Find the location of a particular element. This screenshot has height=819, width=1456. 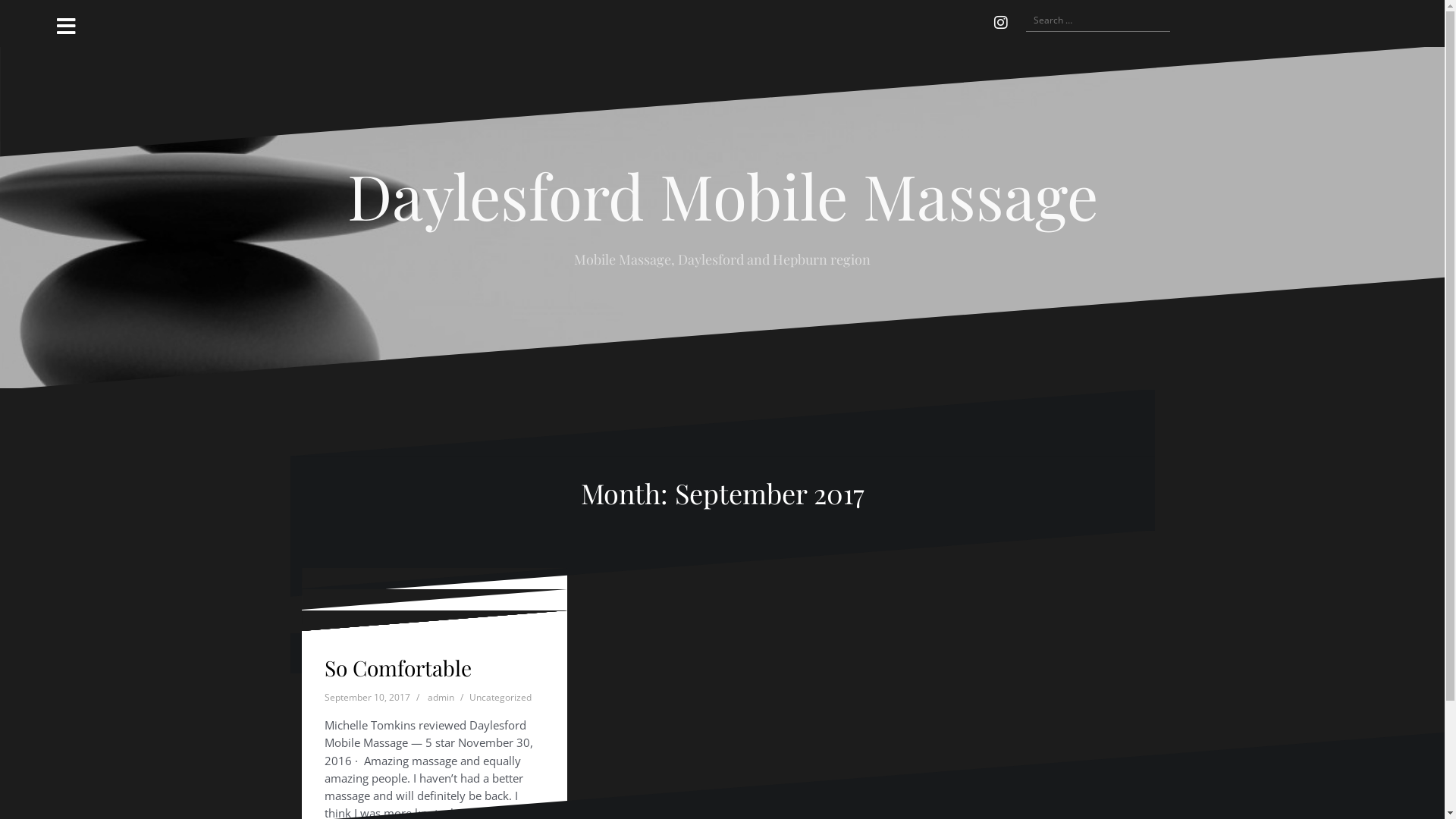

'September 10, 2017' is located at coordinates (367, 676).